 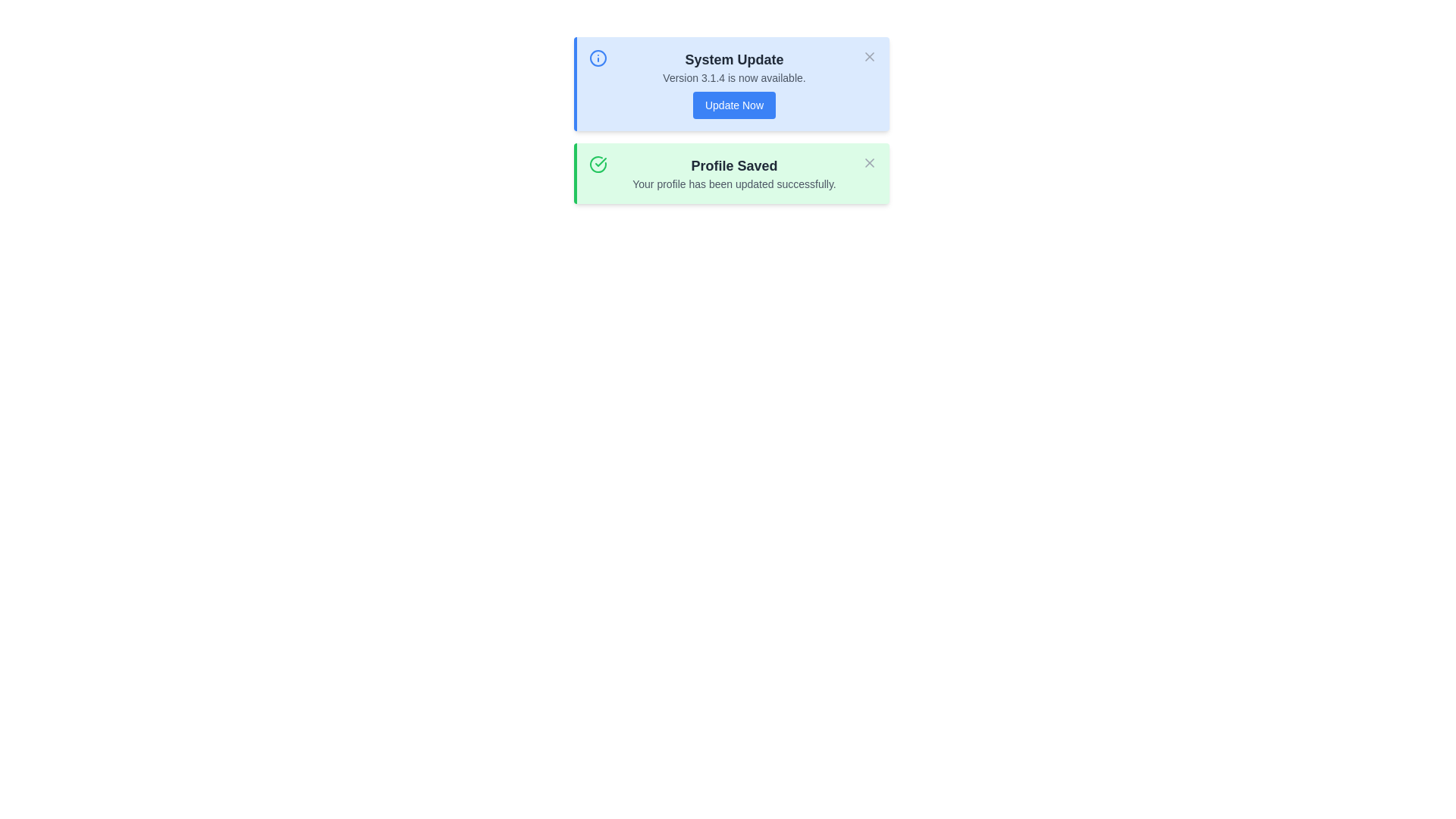 I want to click on the small gray 'X' button located at the top-right corner of the green notification card titled 'Profile Saved' to change its appearance, so click(x=869, y=163).